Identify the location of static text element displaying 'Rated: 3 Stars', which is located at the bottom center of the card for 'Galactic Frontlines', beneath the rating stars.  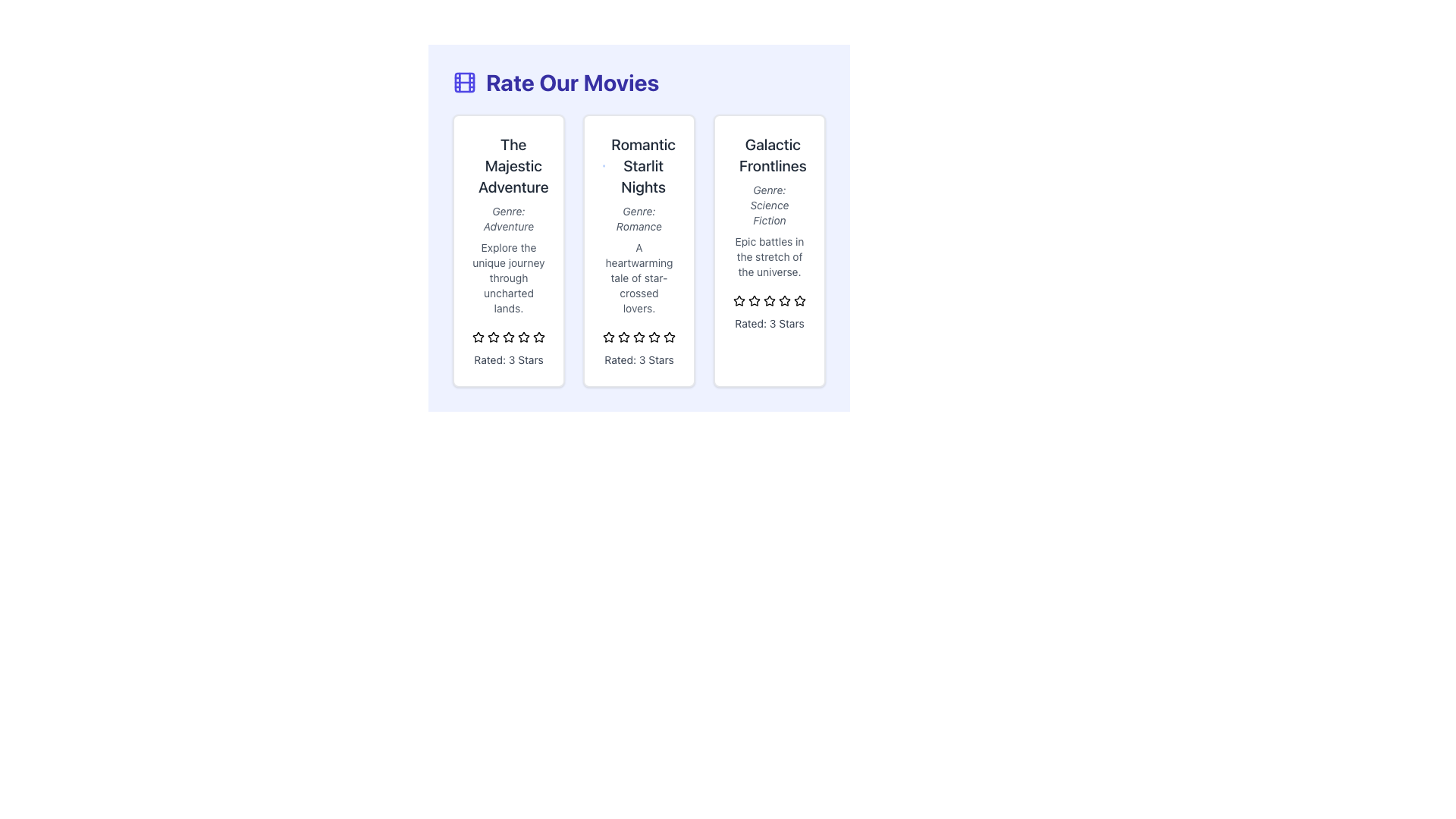
(769, 323).